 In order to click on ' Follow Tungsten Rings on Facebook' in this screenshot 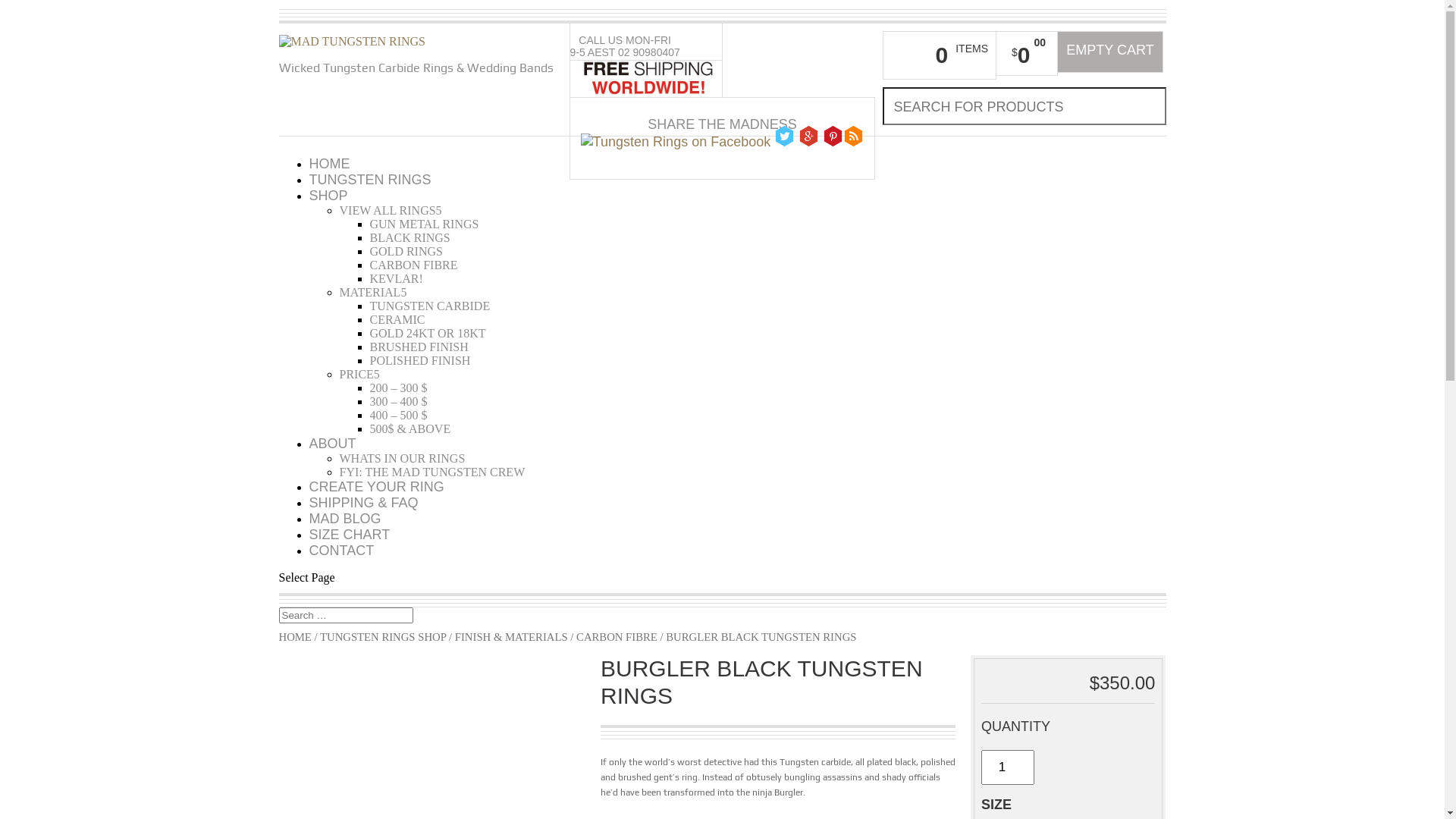, I will do `click(580, 142)`.